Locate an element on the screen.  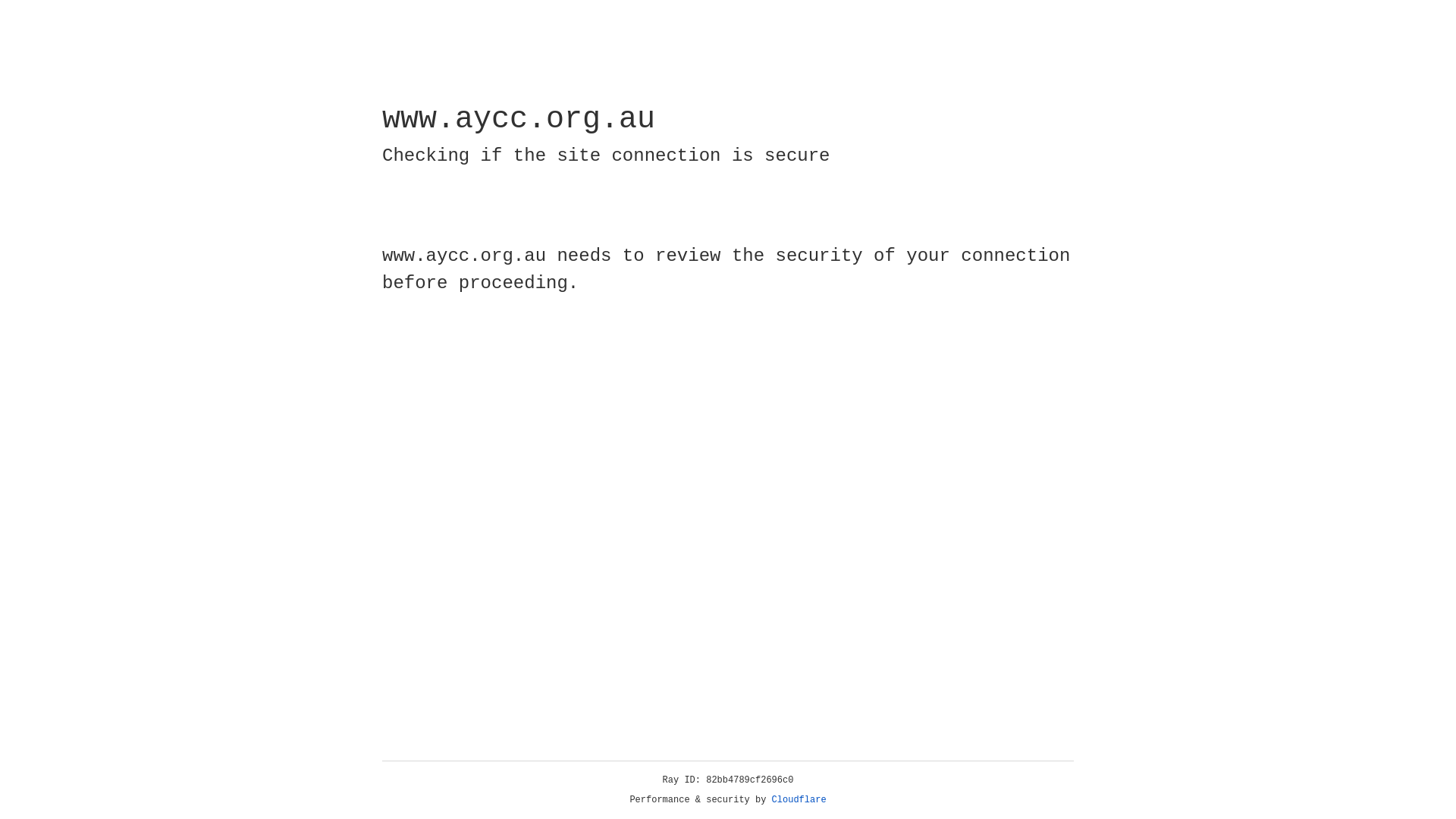
'Cloudflare' is located at coordinates (799, 799).